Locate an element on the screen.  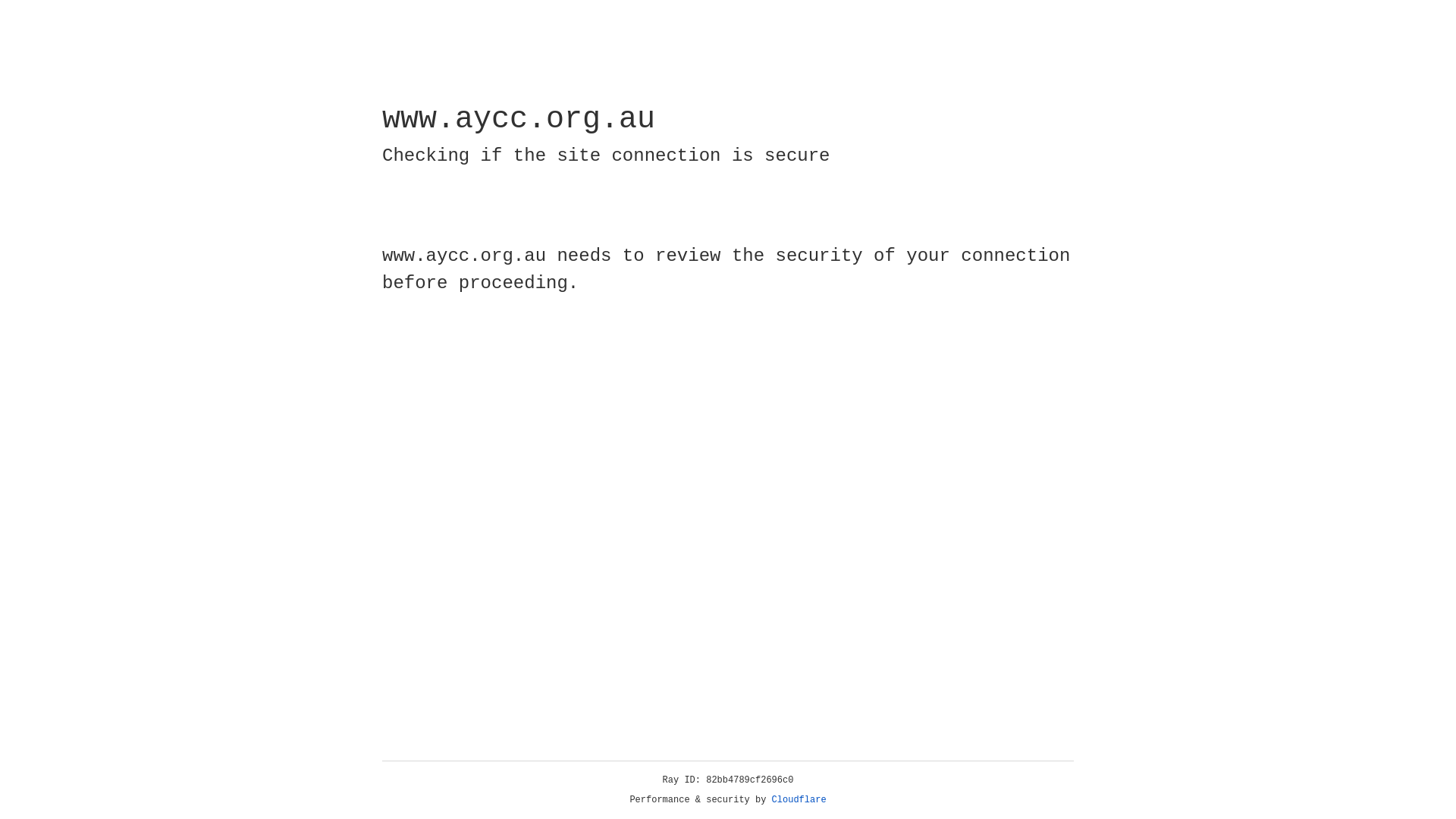
'Cloudflare' is located at coordinates (799, 799).